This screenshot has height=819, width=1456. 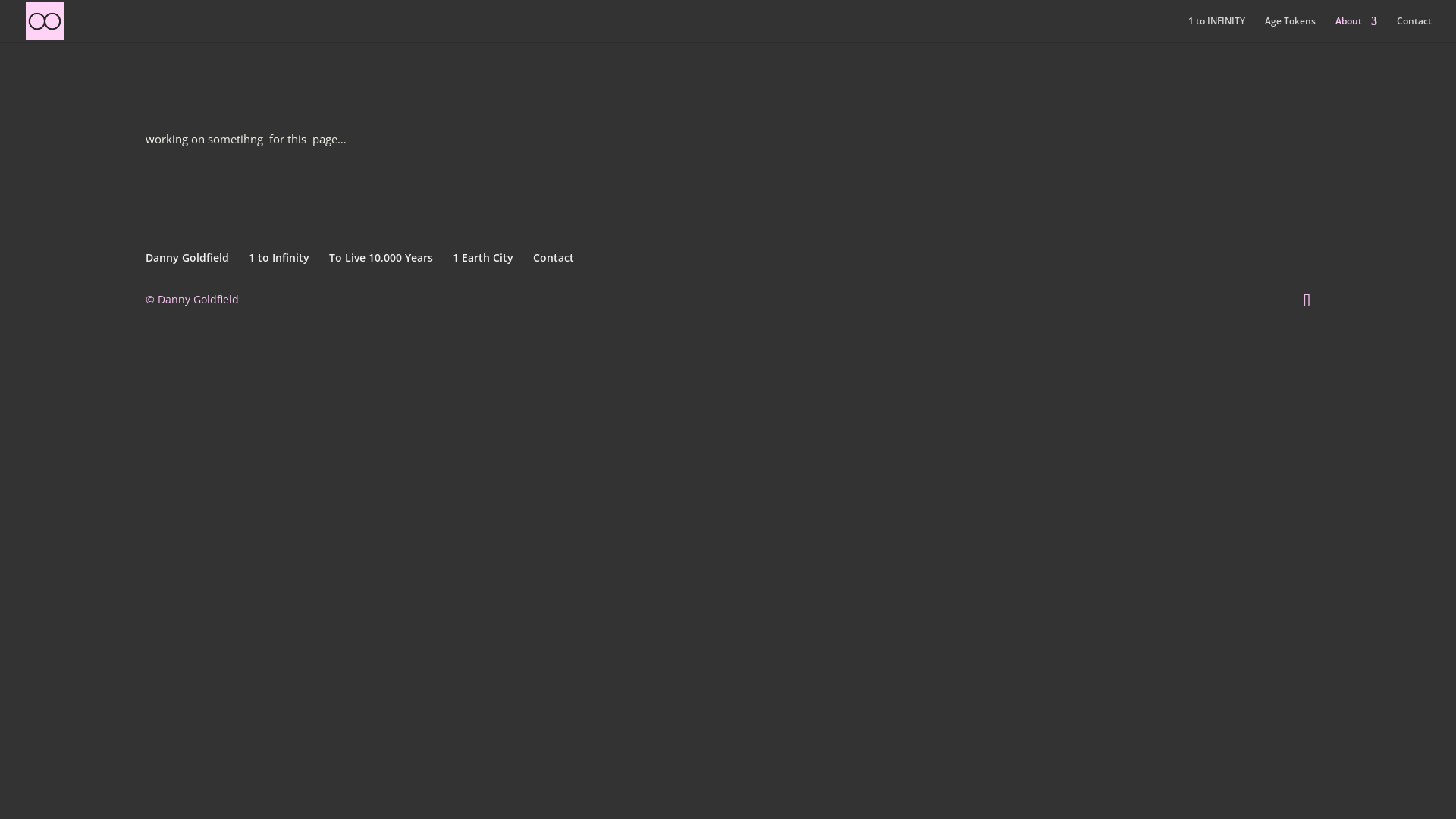 What do you see at coordinates (1335, 29) in the screenshot?
I see `'About'` at bounding box center [1335, 29].